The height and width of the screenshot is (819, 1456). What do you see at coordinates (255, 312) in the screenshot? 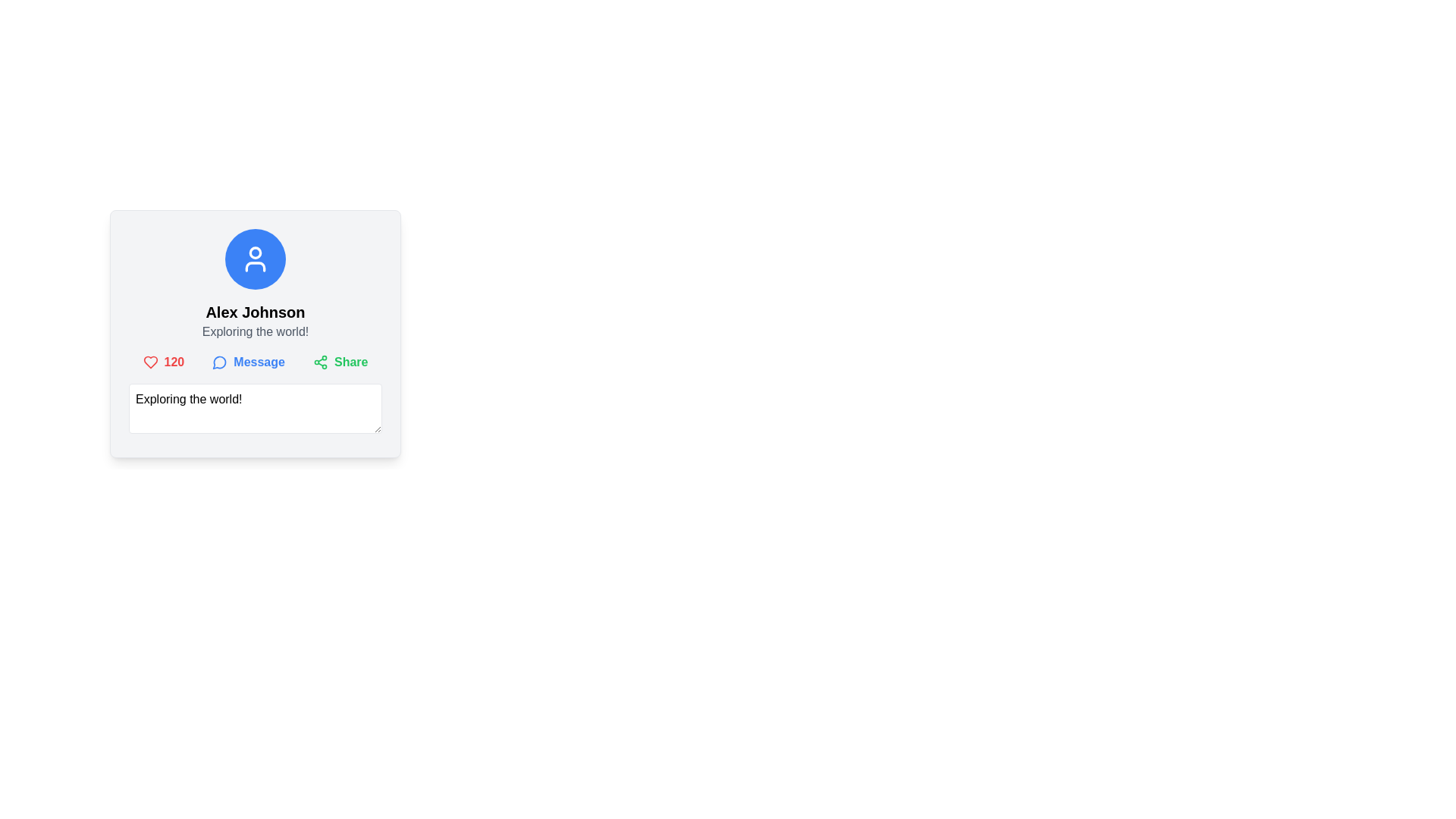
I see `the username text element located below the avatar icon` at bounding box center [255, 312].